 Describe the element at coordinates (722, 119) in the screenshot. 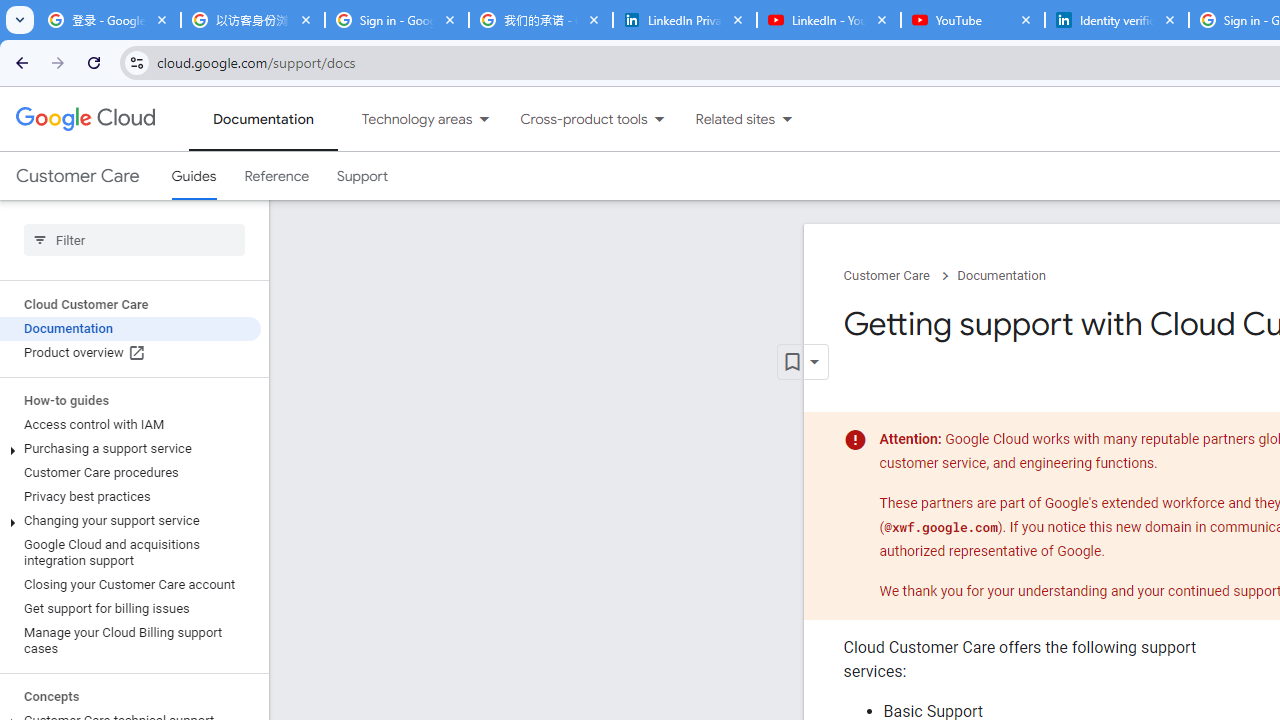

I see `'Related sites'` at that location.